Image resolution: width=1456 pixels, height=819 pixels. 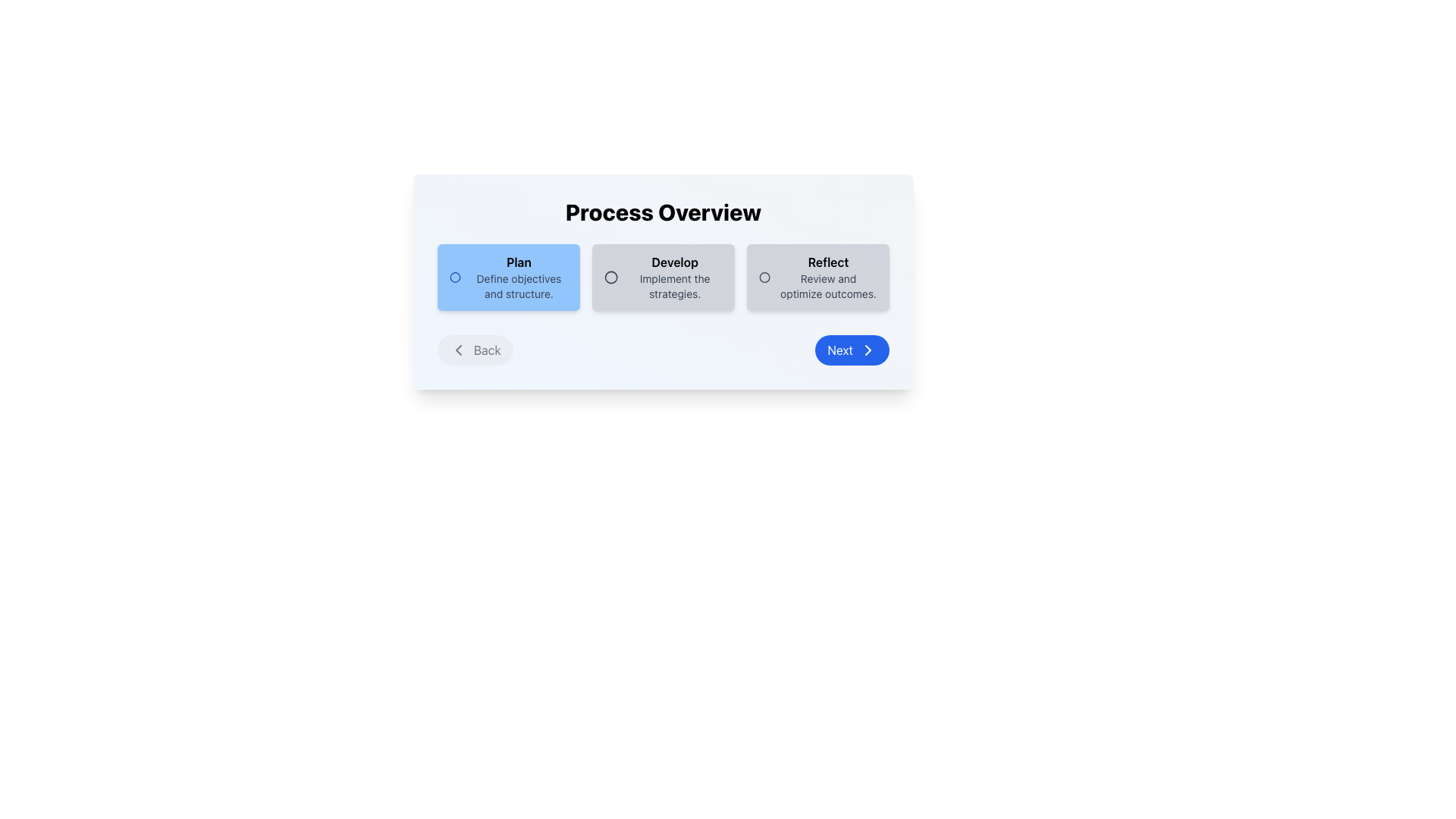 I want to click on the gray circular radio button located in the 'Reflect' section of the process overview interface, so click(x=764, y=278).